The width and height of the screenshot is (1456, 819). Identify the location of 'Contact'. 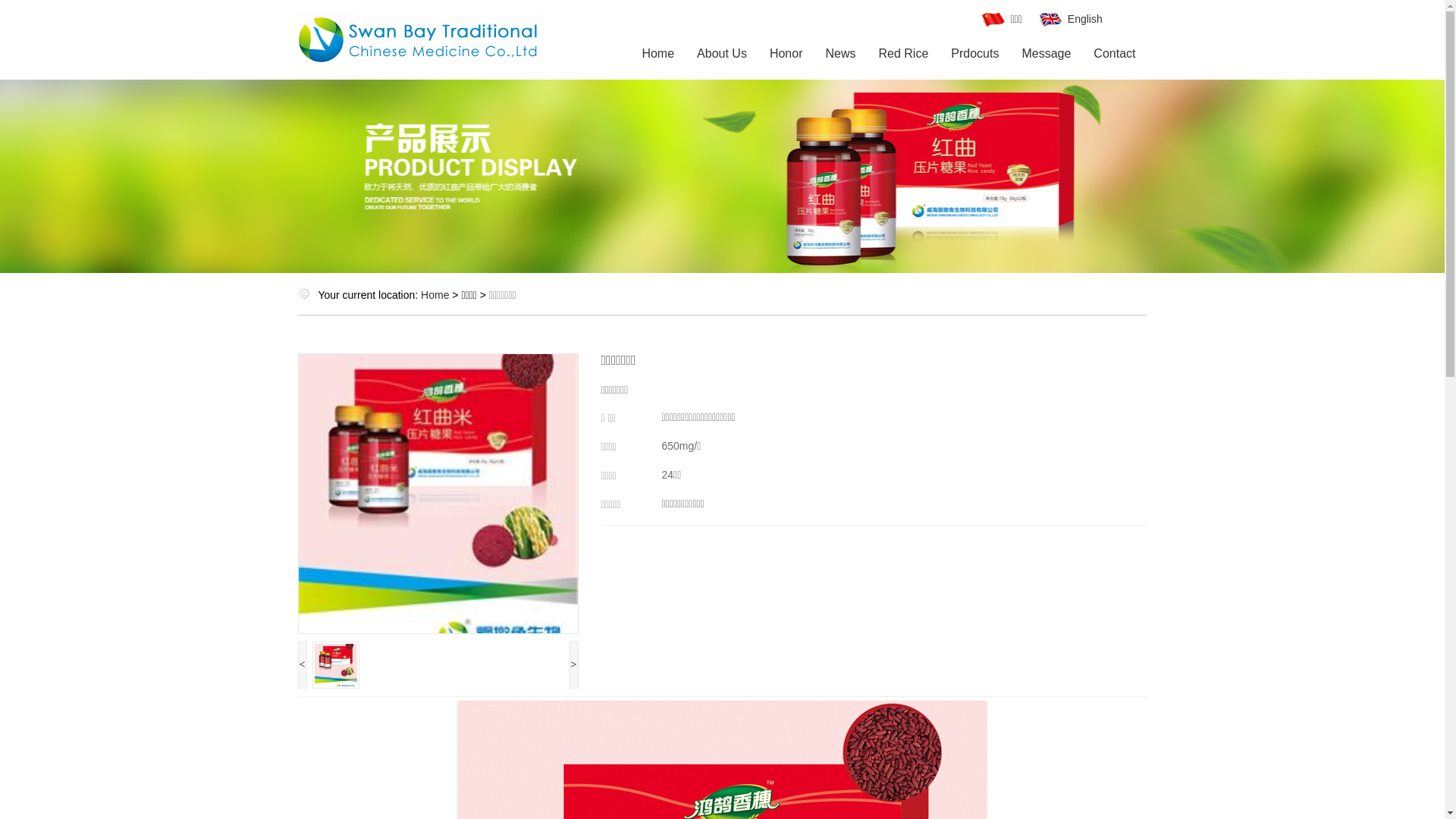
(1114, 52).